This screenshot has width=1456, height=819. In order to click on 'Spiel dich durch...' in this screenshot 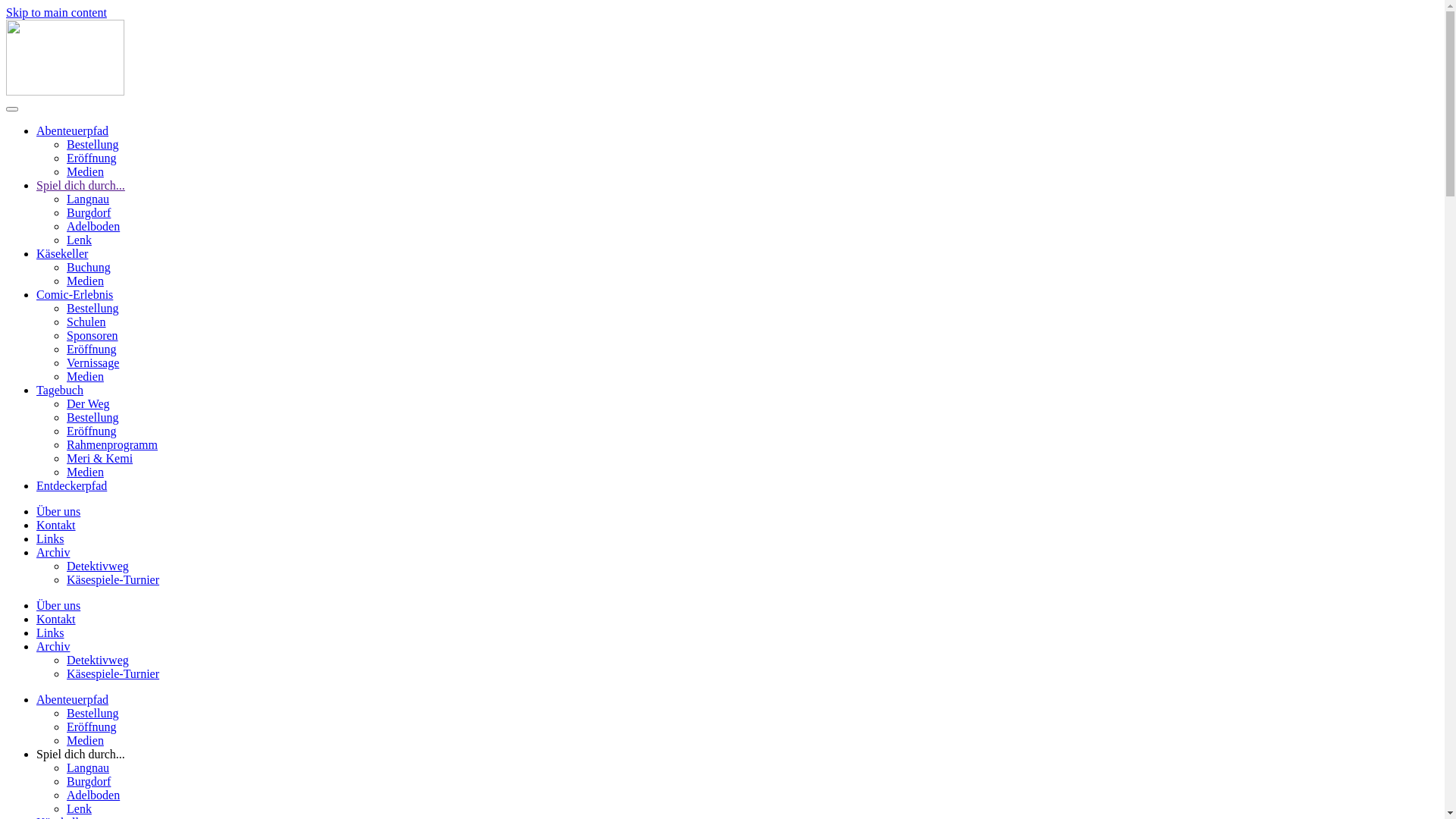, I will do `click(80, 184)`.